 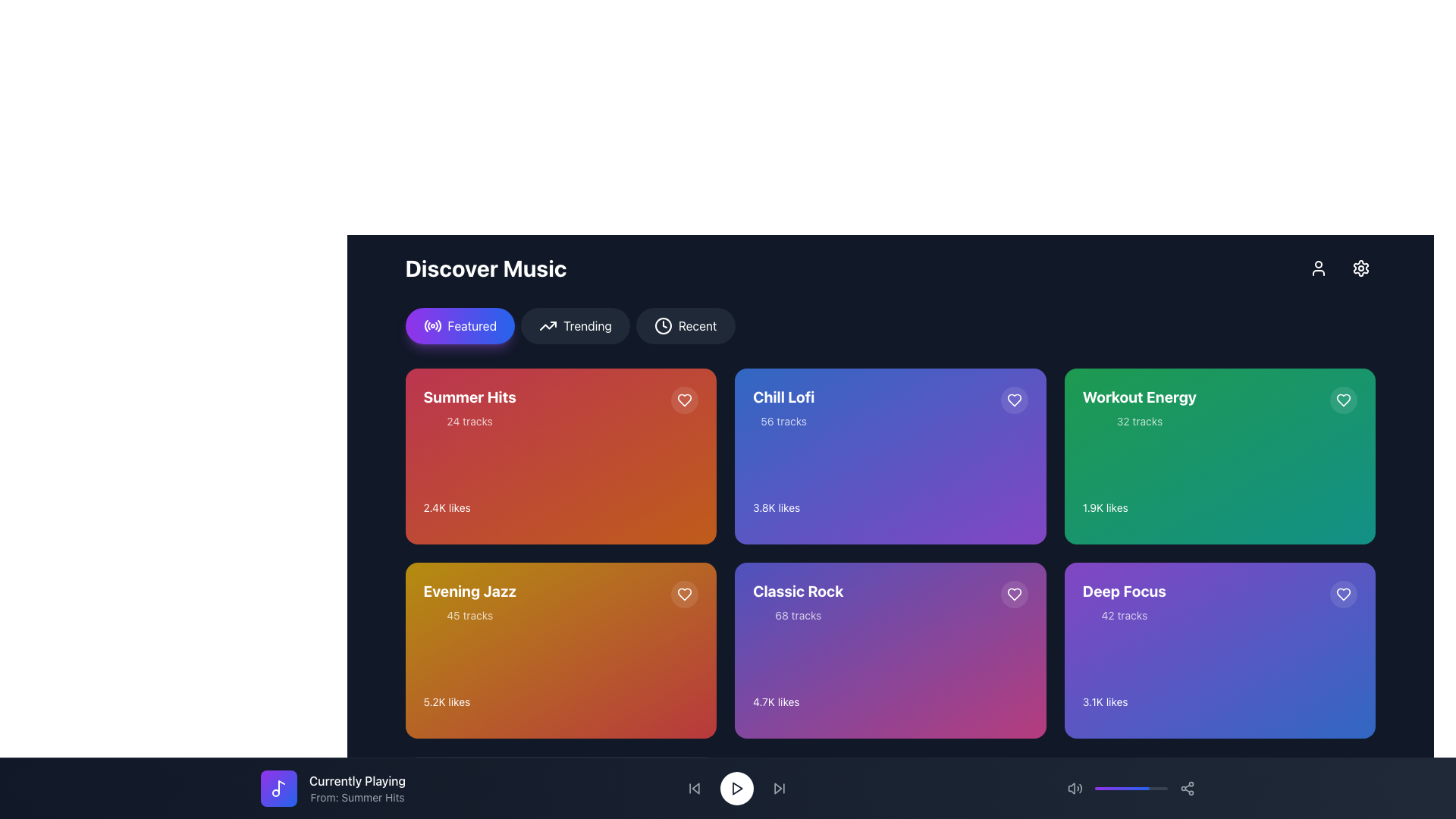 I want to click on the text label displaying '4.7K likes' at the bottom center of the 'Classic Rock' card in the 'Discover Music' section, so click(x=776, y=701).